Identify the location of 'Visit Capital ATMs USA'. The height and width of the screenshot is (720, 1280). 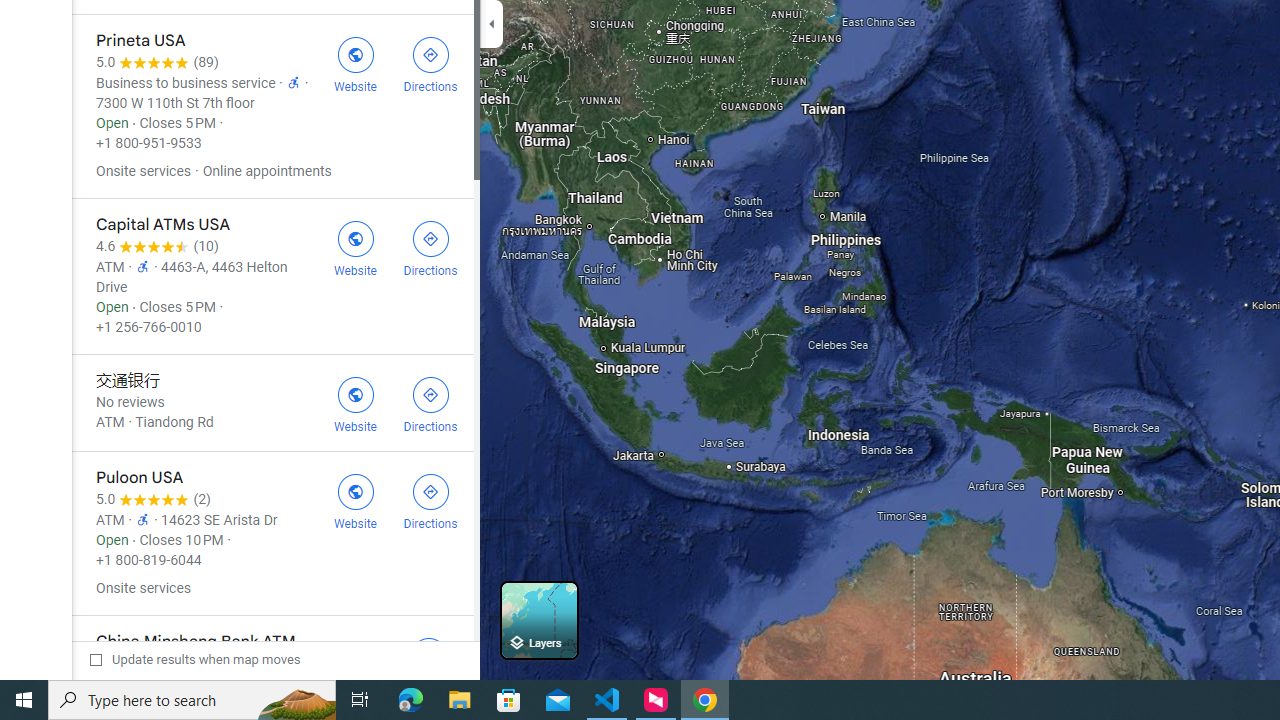
(355, 246).